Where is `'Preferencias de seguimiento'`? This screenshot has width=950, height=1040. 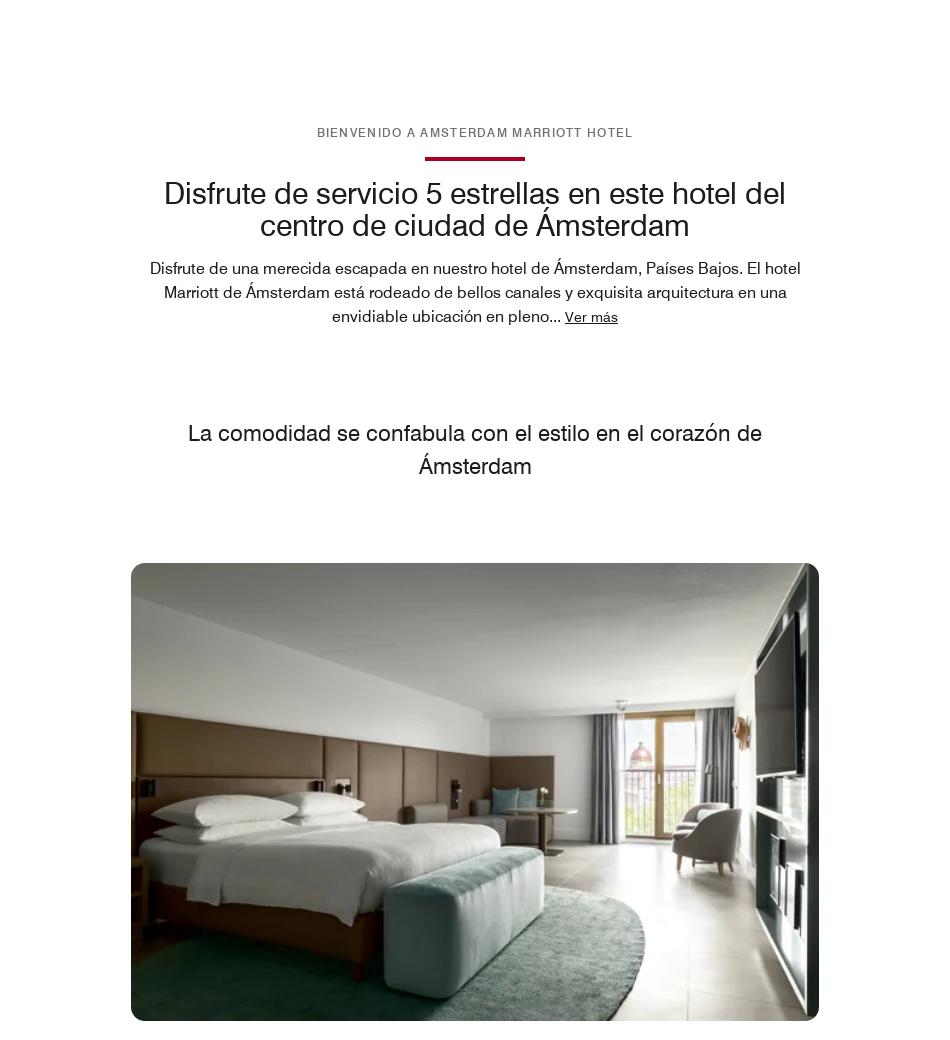
'Preferencias de seguimiento' is located at coordinates (538, 533).